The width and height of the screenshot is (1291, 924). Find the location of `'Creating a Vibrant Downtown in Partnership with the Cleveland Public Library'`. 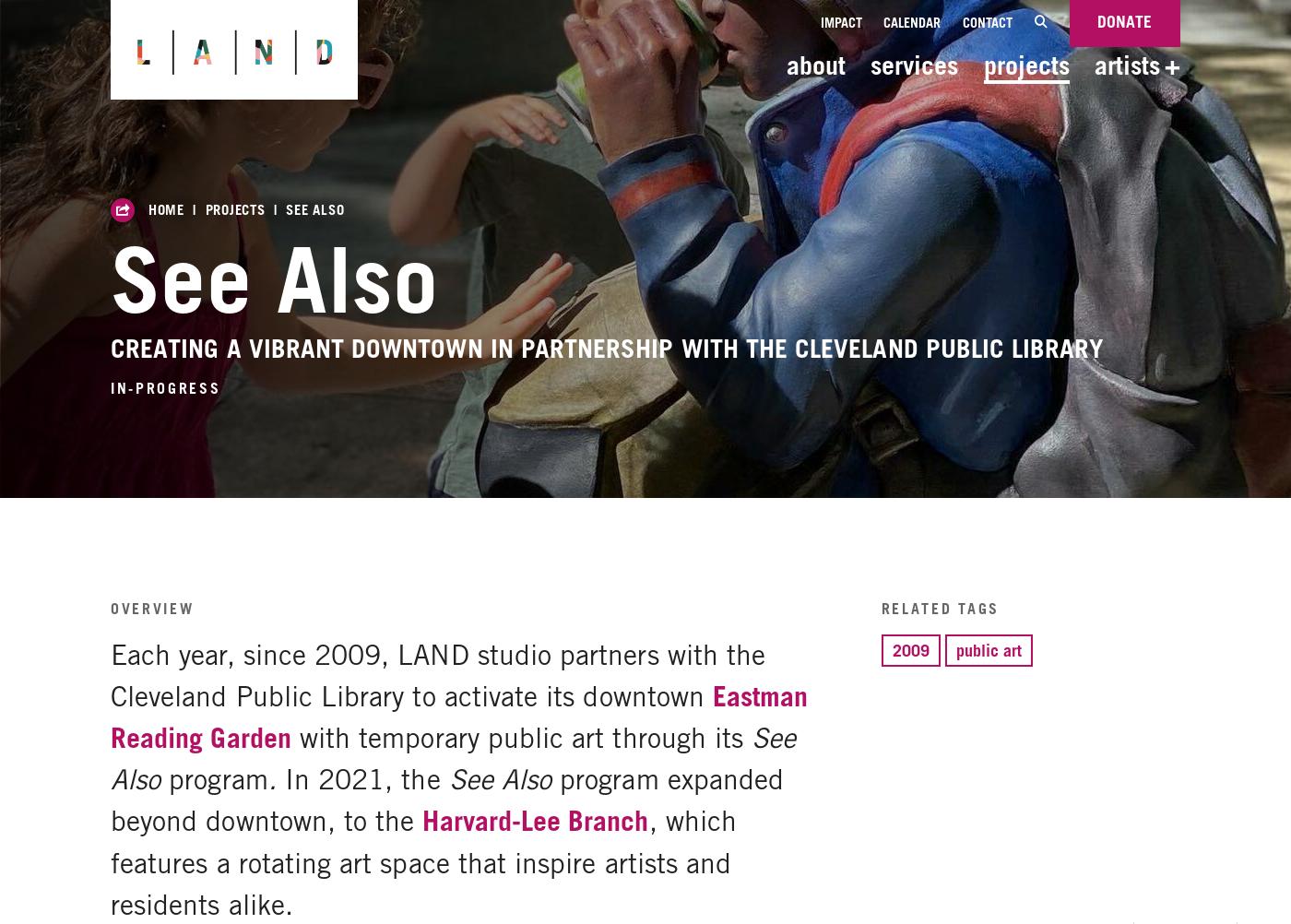

'Creating a Vibrant Downtown in Partnership with the Cleveland Public Library' is located at coordinates (110, 348).